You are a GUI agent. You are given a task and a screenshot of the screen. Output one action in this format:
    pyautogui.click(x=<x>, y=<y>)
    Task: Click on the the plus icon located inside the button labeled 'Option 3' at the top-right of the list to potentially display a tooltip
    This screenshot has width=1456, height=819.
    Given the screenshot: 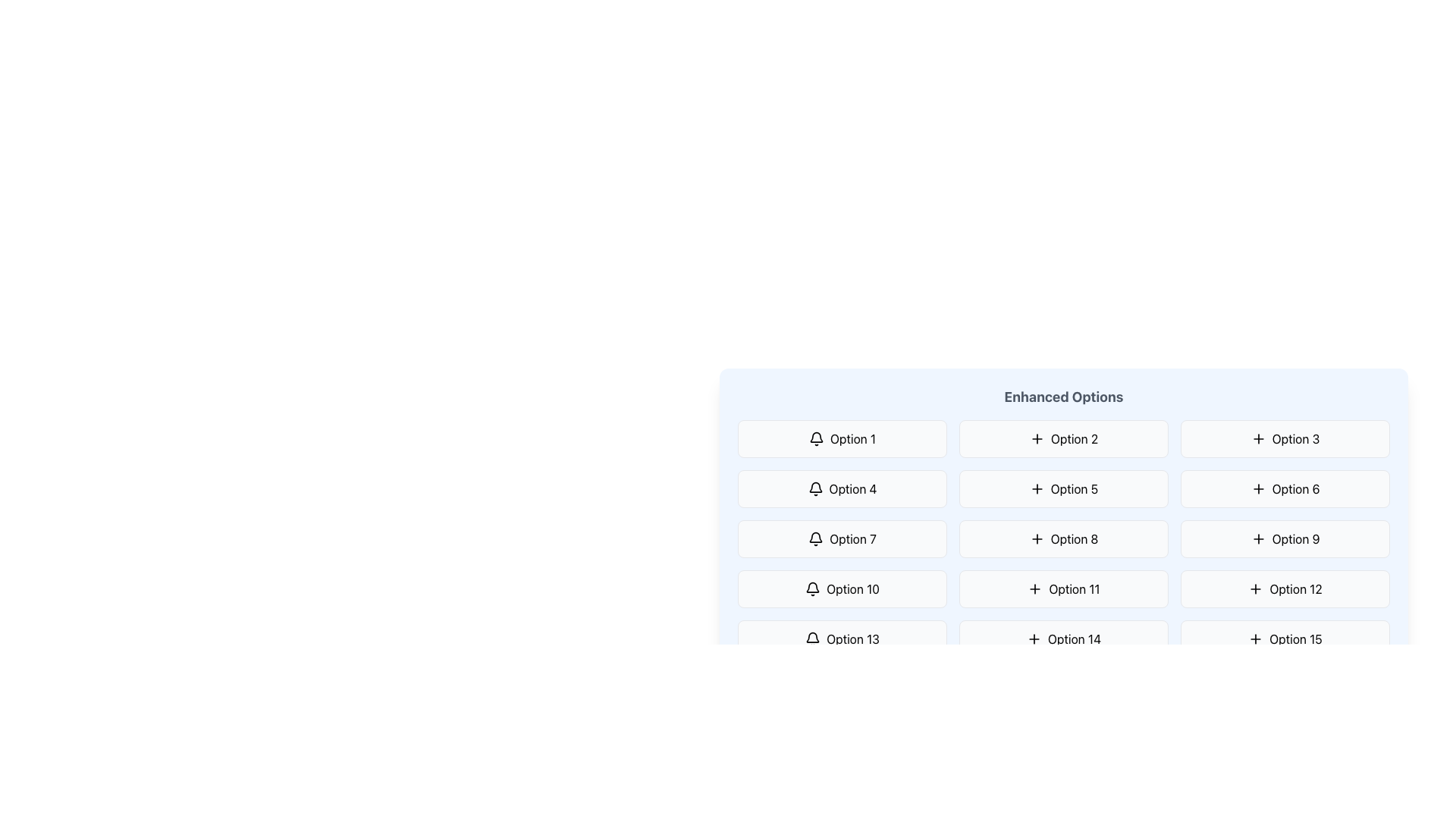 What is the action you would take?
    pyautogui.click(x=1258, y=438)
    